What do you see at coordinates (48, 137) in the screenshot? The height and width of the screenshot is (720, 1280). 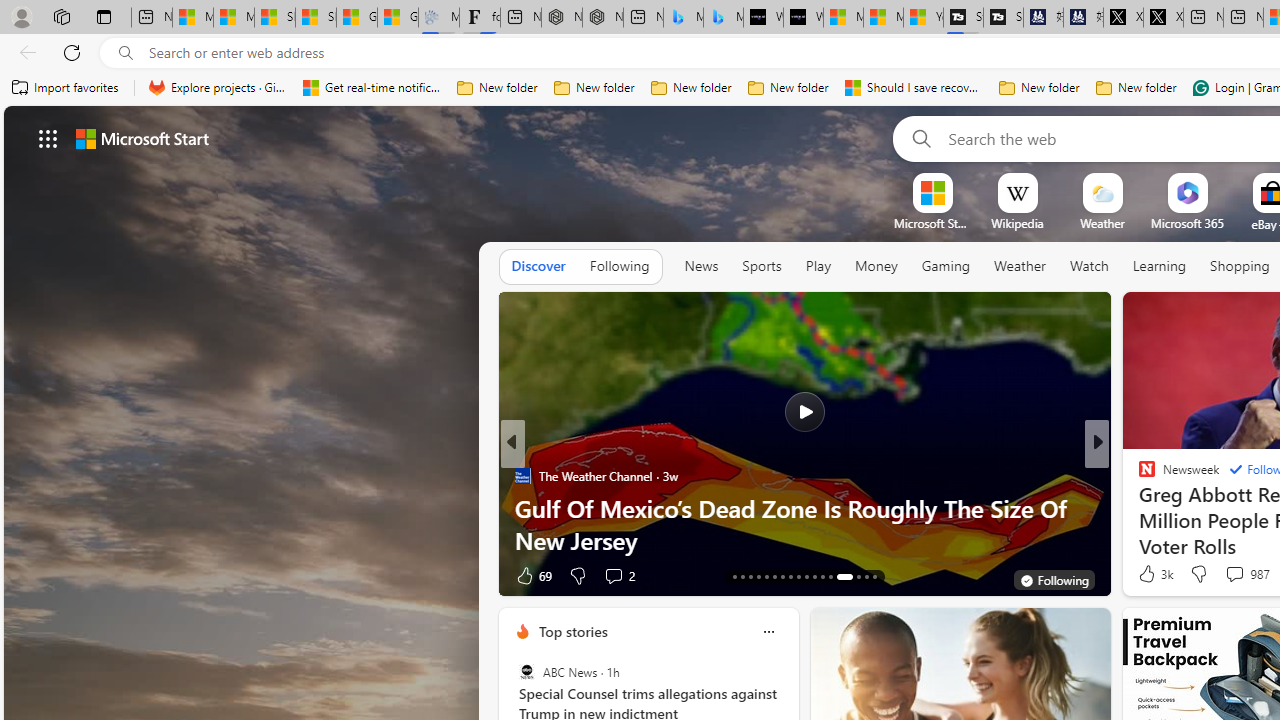 I see `'AutomationID: waffle'` at bounding box center [48, 137].